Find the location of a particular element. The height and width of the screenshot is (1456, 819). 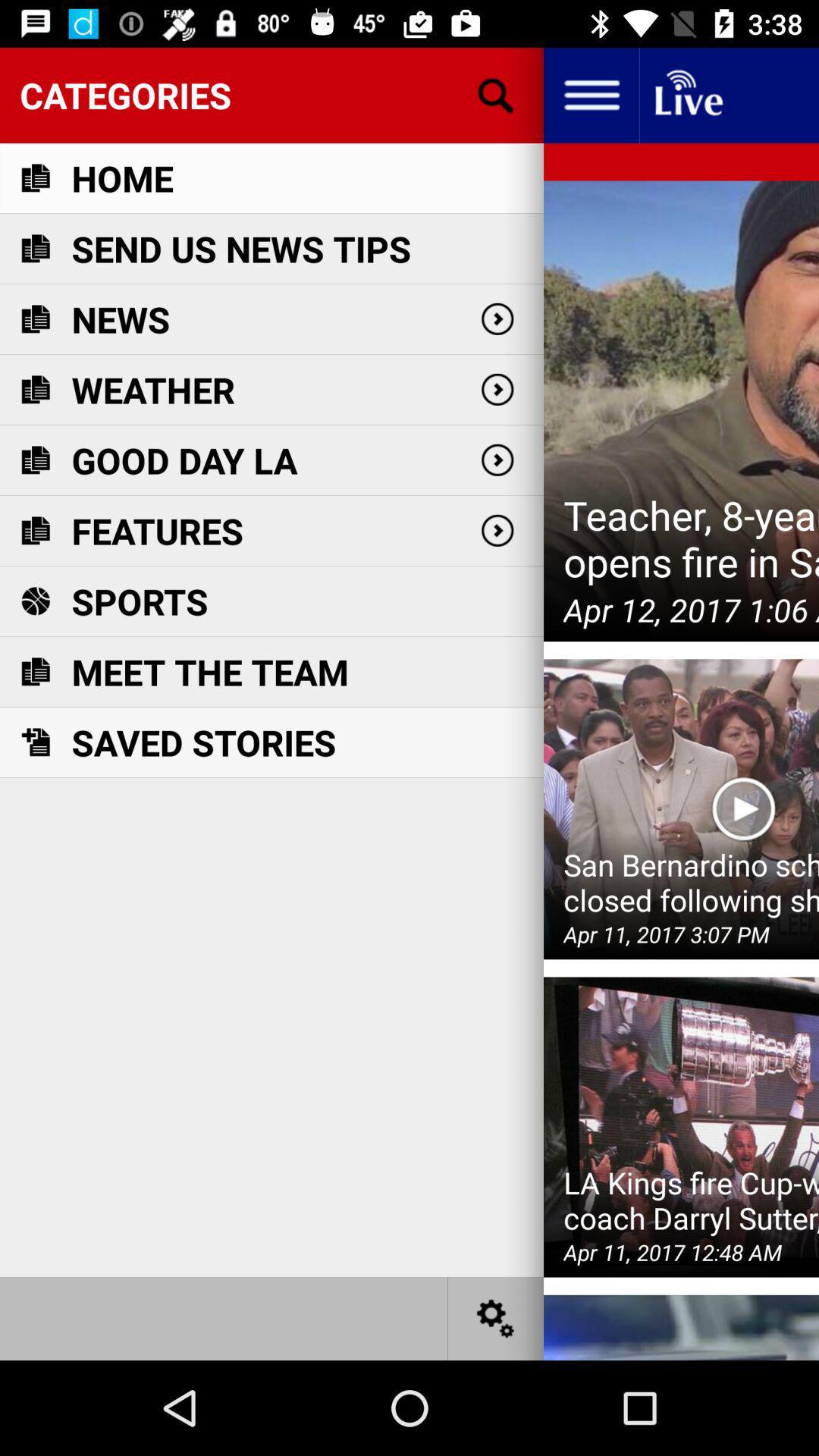

open menu is located at coordinates (590, 94).